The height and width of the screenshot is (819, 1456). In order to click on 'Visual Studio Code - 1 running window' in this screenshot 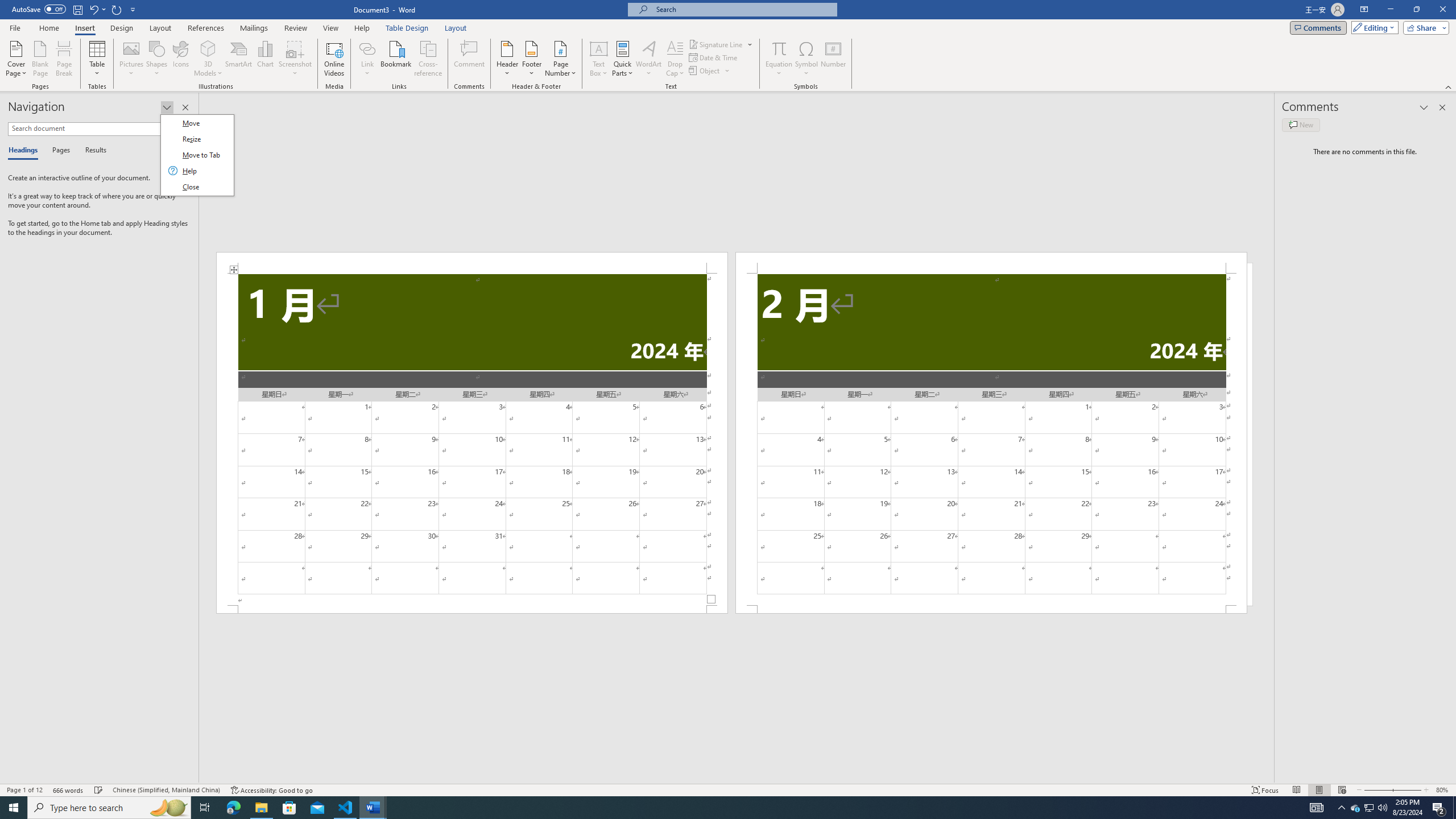, I will do `click(345, 806)`.